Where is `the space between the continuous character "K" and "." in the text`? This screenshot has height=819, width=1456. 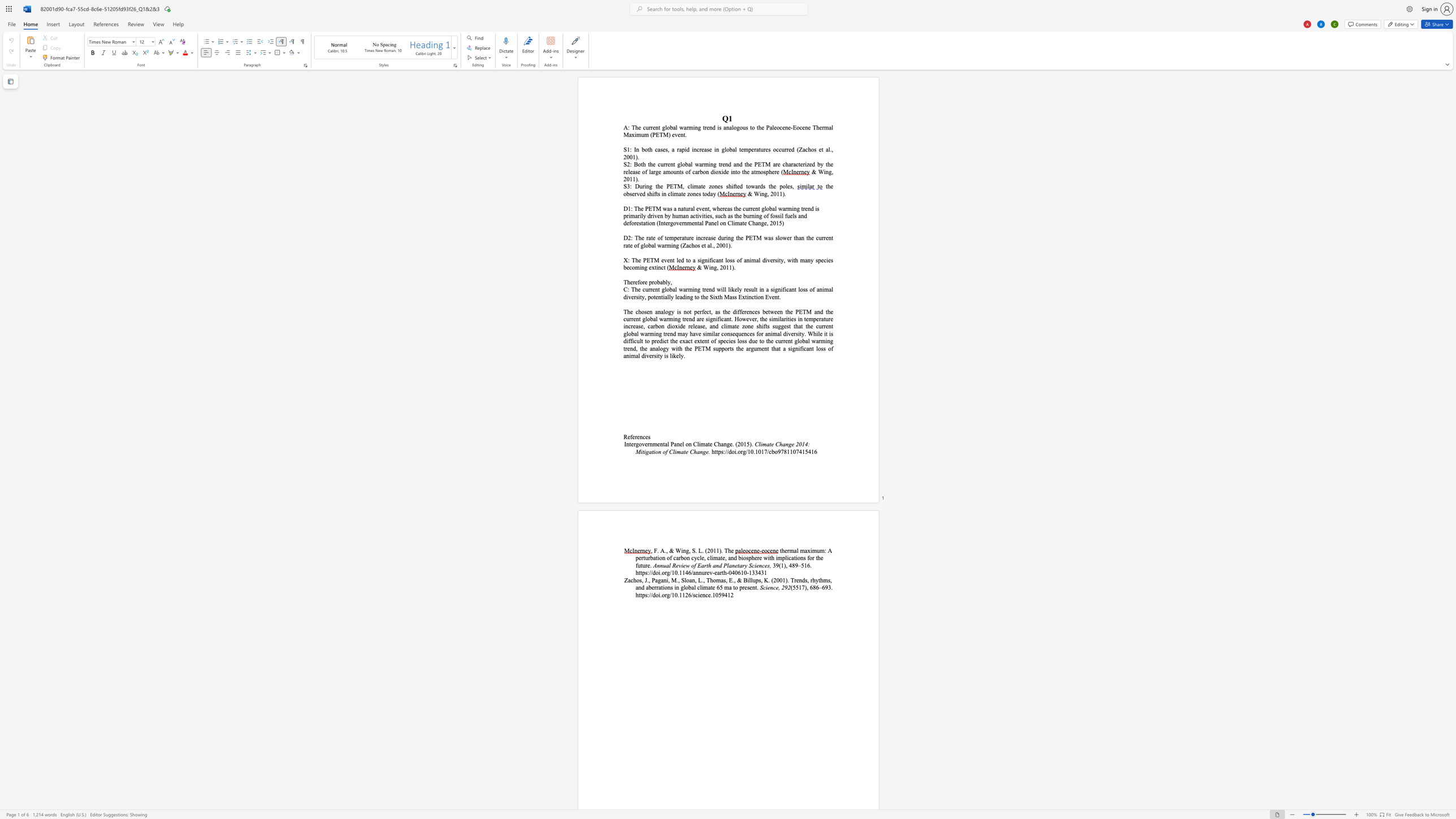
the space between the continuous character "K" and "." in the text is located at coordinates (767, 580).